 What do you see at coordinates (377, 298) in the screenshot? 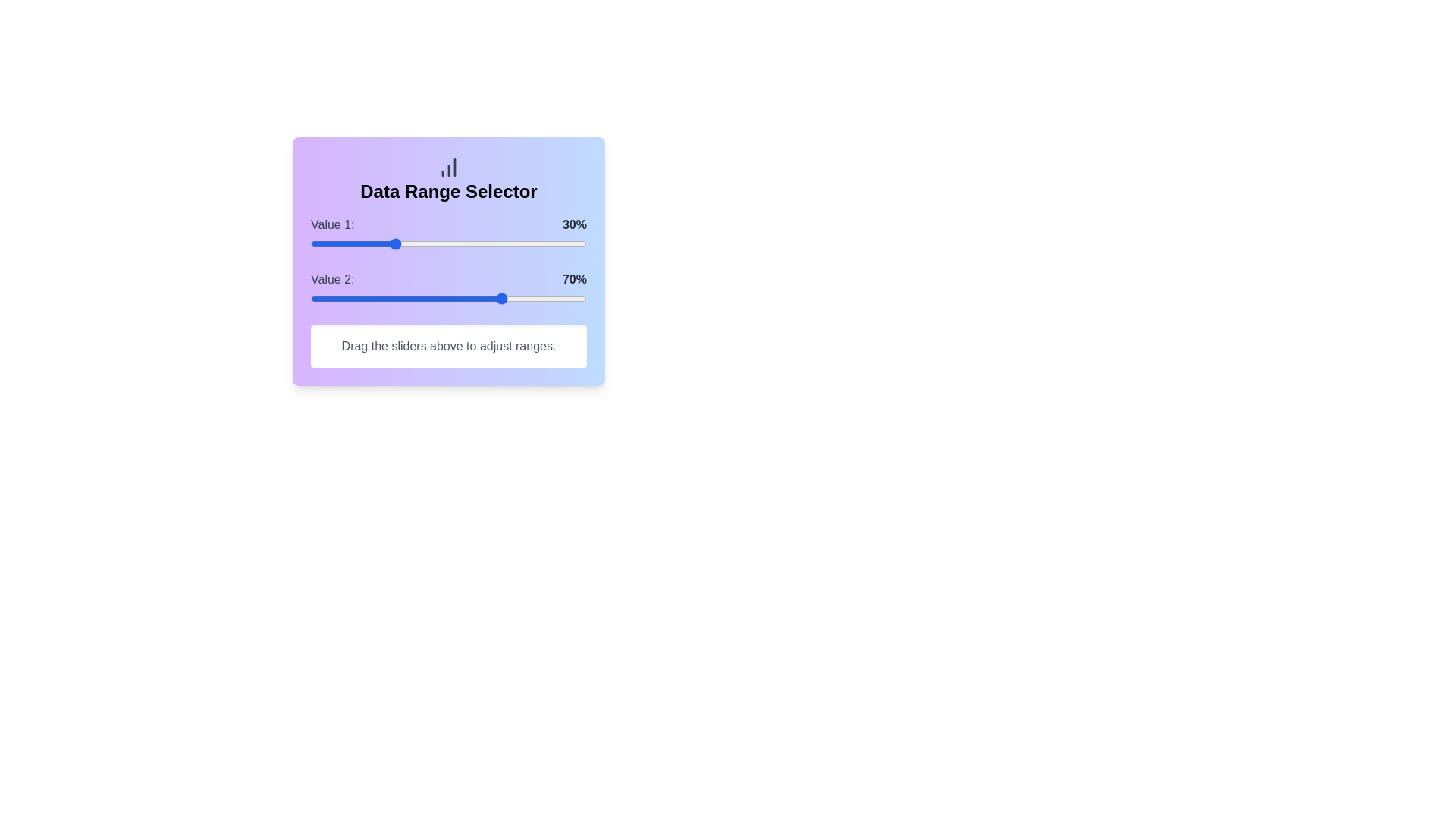
I see `the Value 2 slider to 24%` at bounding box center [377, 298].